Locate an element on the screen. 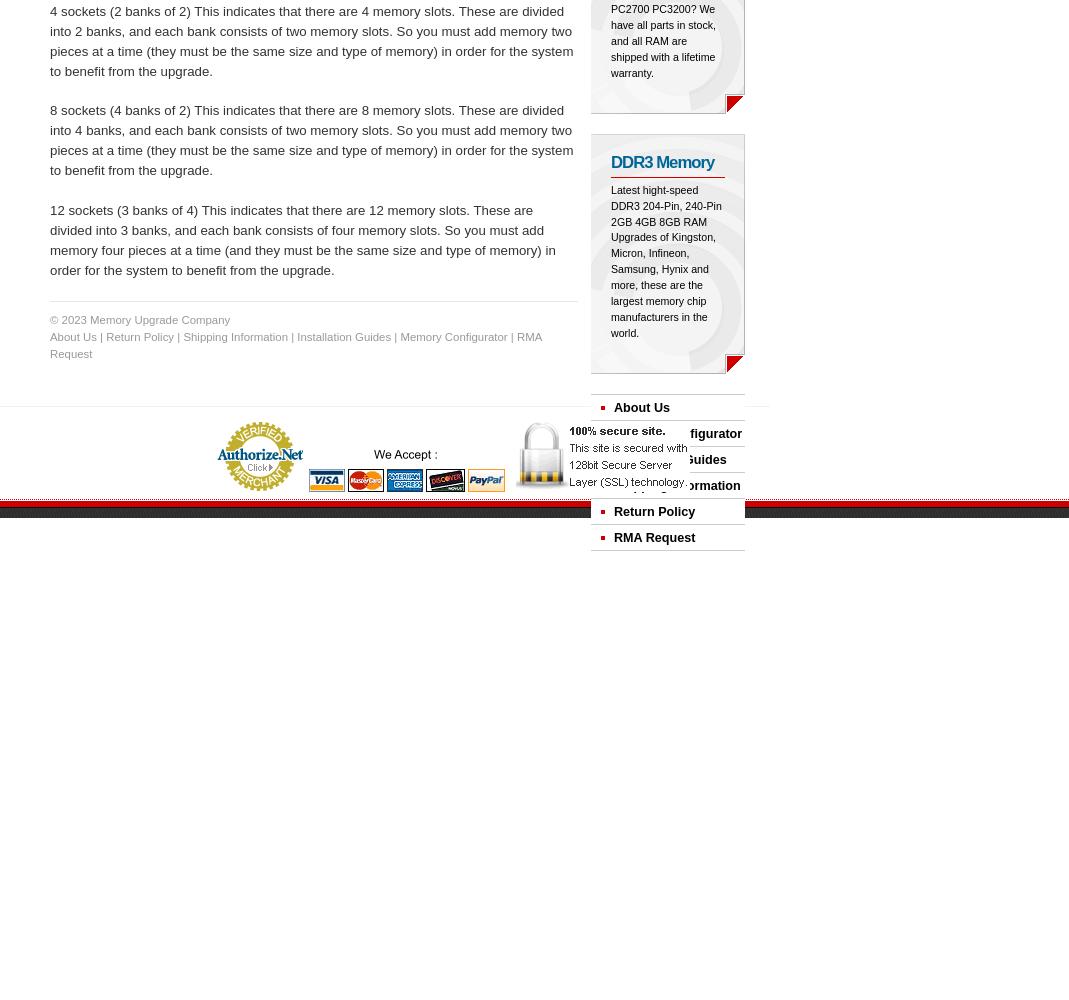 This screenshot has width=1069, height=1000. 'Latest hight-speed DDR3 204-Pin, 240-Pin 2GB 4GB 8GB RAM Upgrades of Kingston, Micron, Infineon, Samsung, Hynix and more, these are the largest memory chip manufacturers in the world.' is located at coordinates (664, 261).